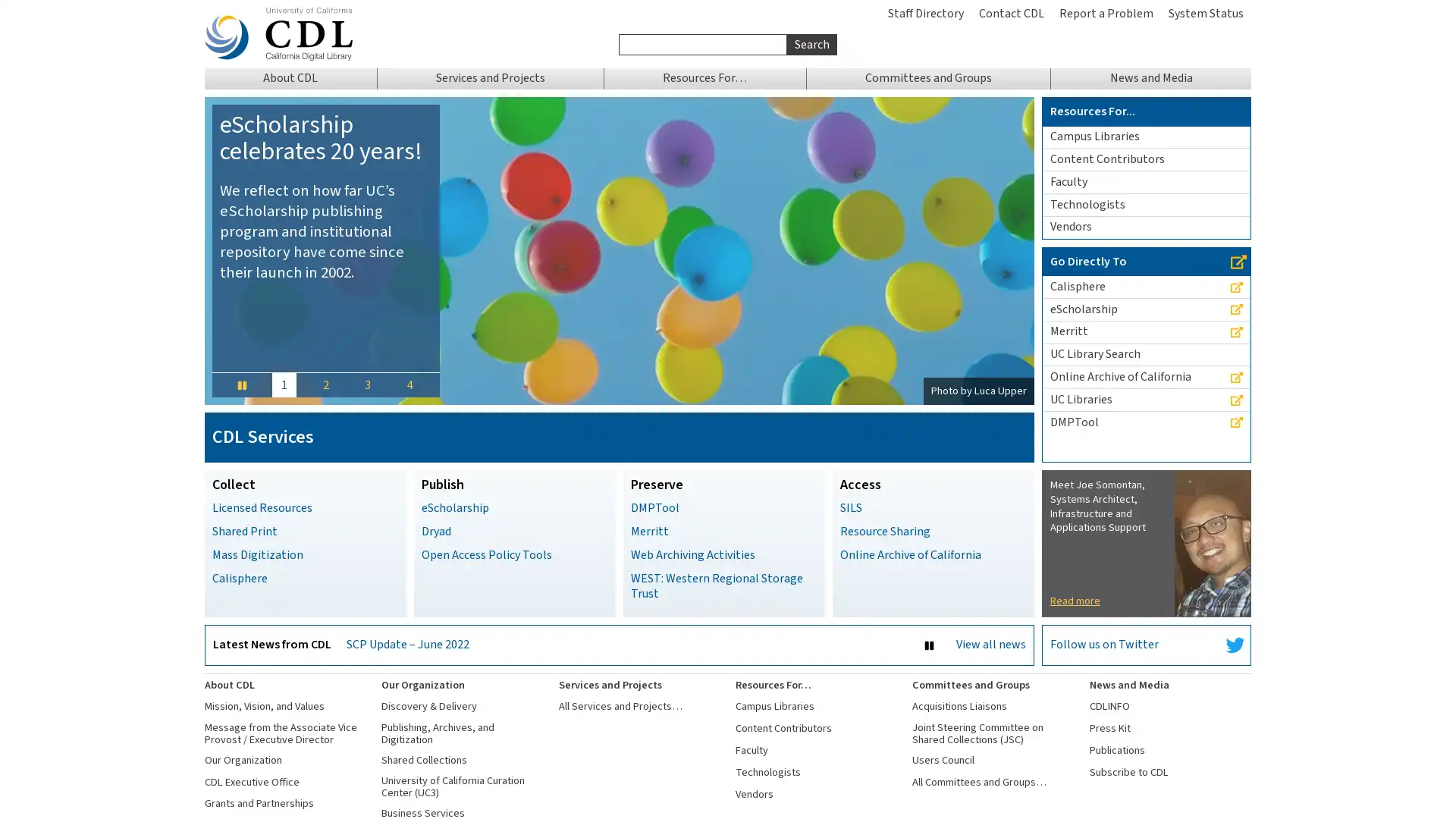 Image resolution: width=1456 pixels, height=819 pixels. What do you see at coordinates (927, 645) in the screenshot?
I see `pause newsreel` at bounding box center [927, 645].